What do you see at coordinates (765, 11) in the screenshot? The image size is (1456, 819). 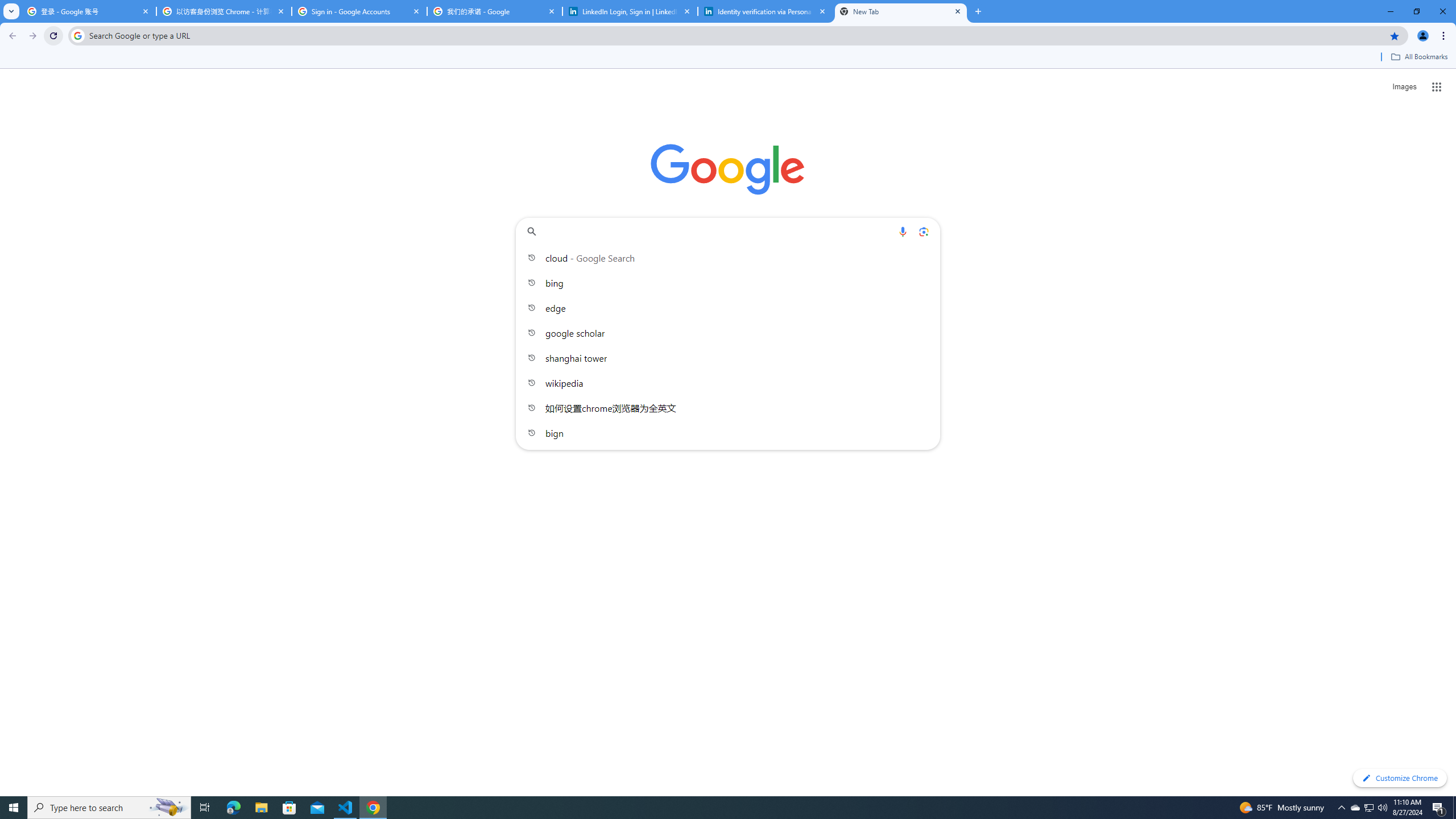 I see `'Identity verification via Persona | LinkedIn Help'` at bounding box center [765, 11].